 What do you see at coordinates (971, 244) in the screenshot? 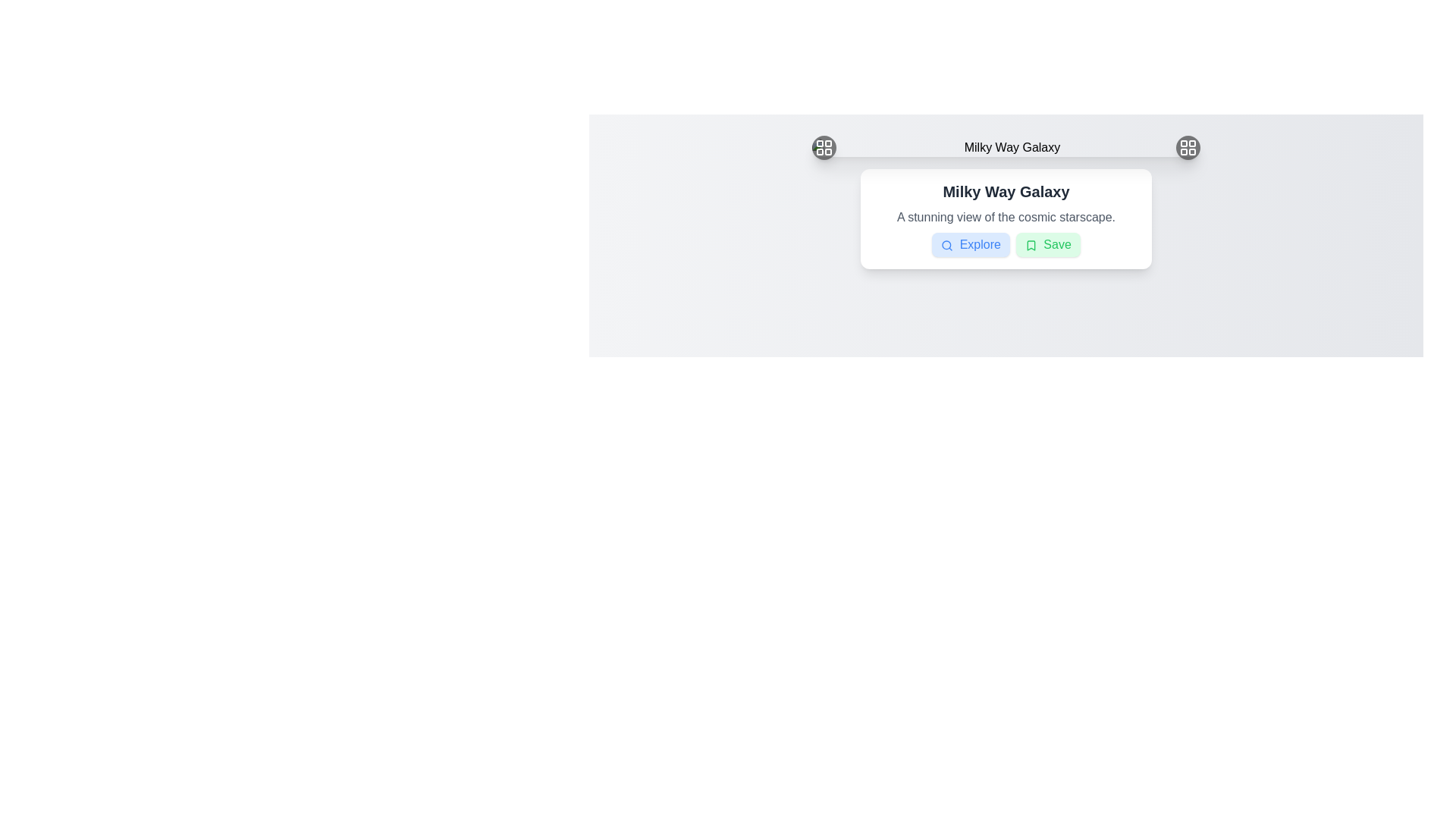
I see `the 'explore' button located at the leftmost position in the horizontally aligned button group` at bounding box center [971, 244].